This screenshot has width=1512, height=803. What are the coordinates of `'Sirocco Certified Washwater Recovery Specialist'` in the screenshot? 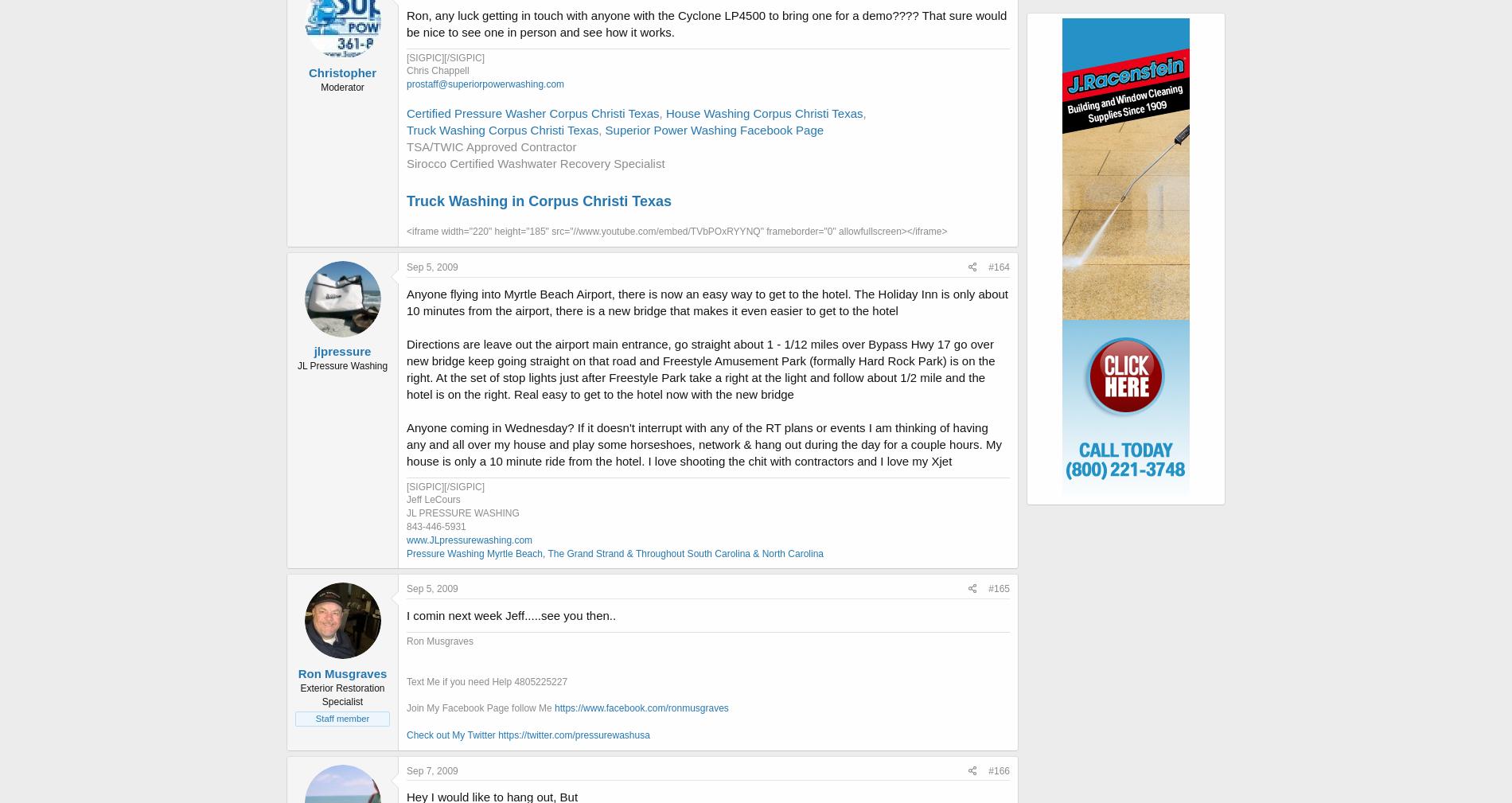 It's located at (535, 162).